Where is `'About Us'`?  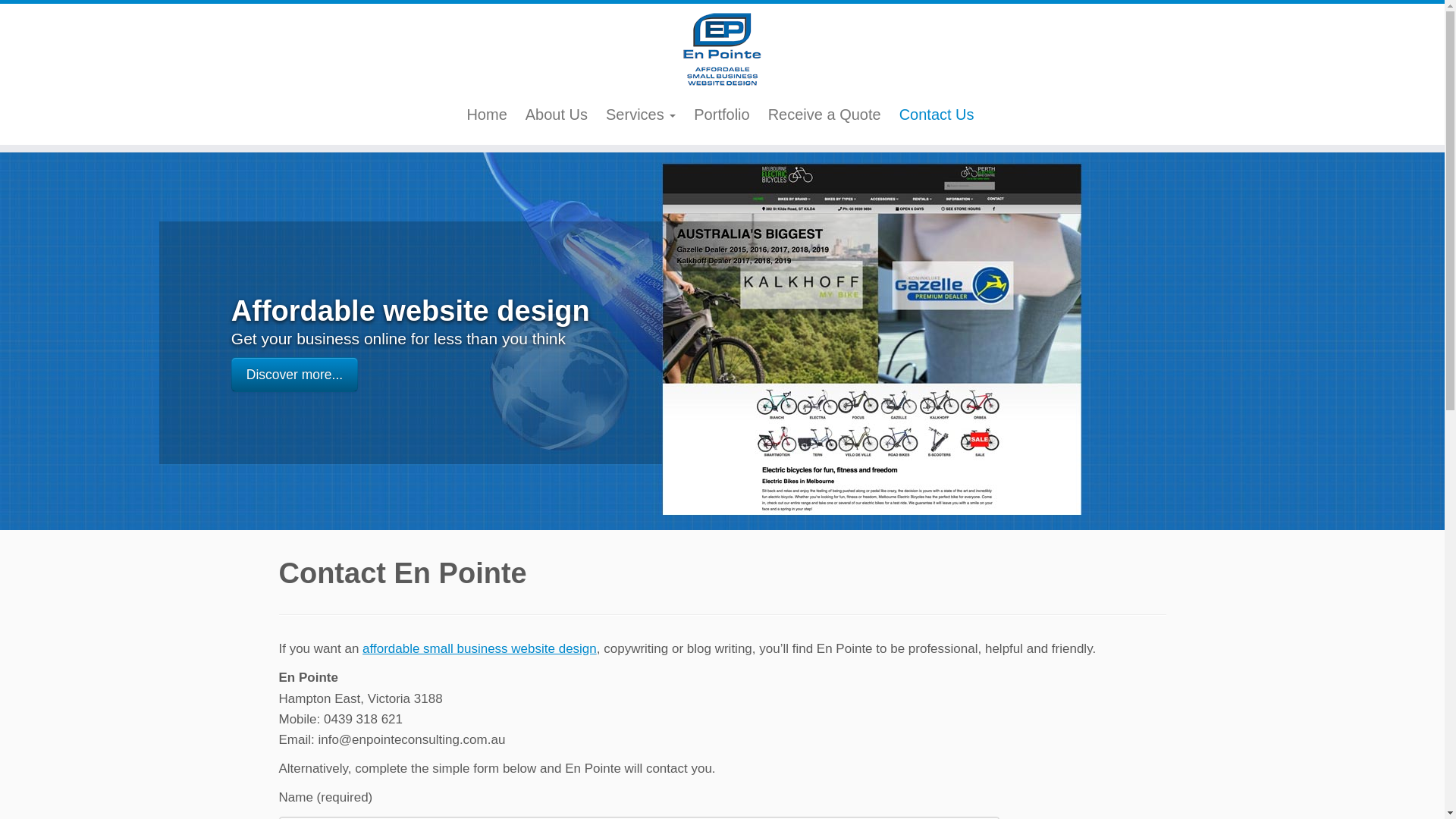
'About Us' is located at coordinates (556, 113).